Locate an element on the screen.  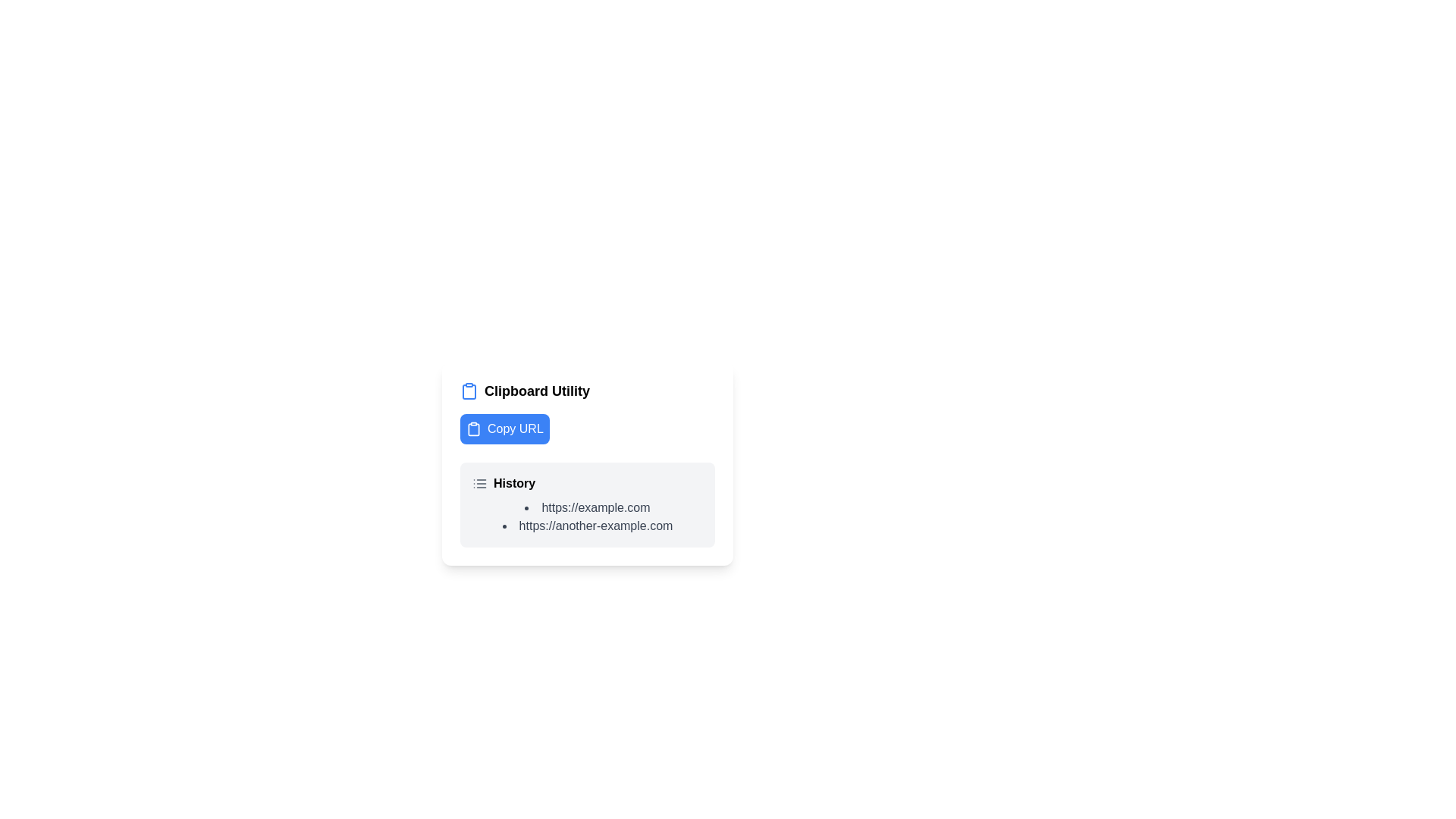
the second text link in the 'History' list is located at coordinates (586, 526).